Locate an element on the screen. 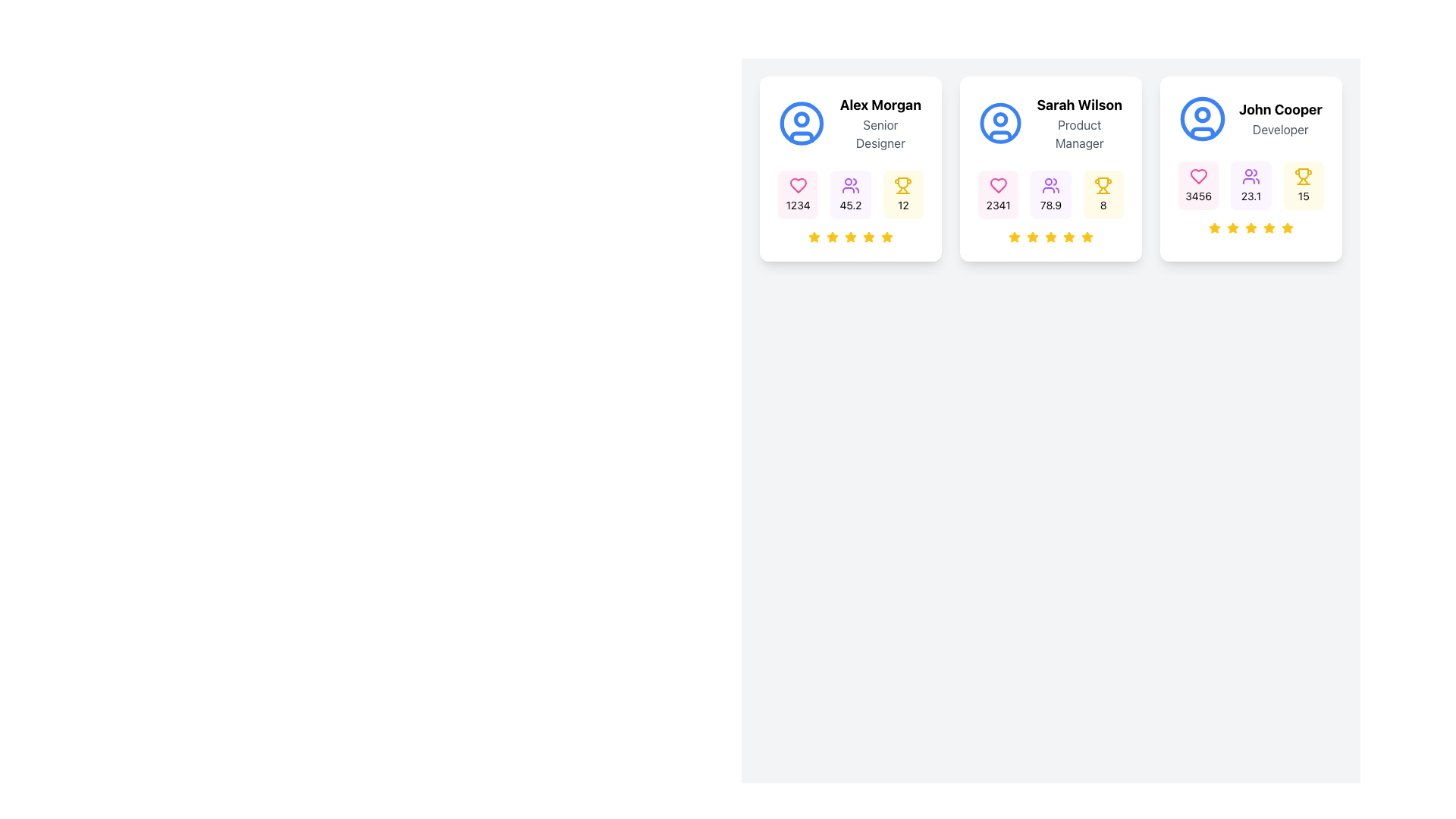 This screenshot has height=819, width=1456. the rating level by focusing on the rating component represented by stars, located centrally below the text '15' is located at coordinates (1251, 227).